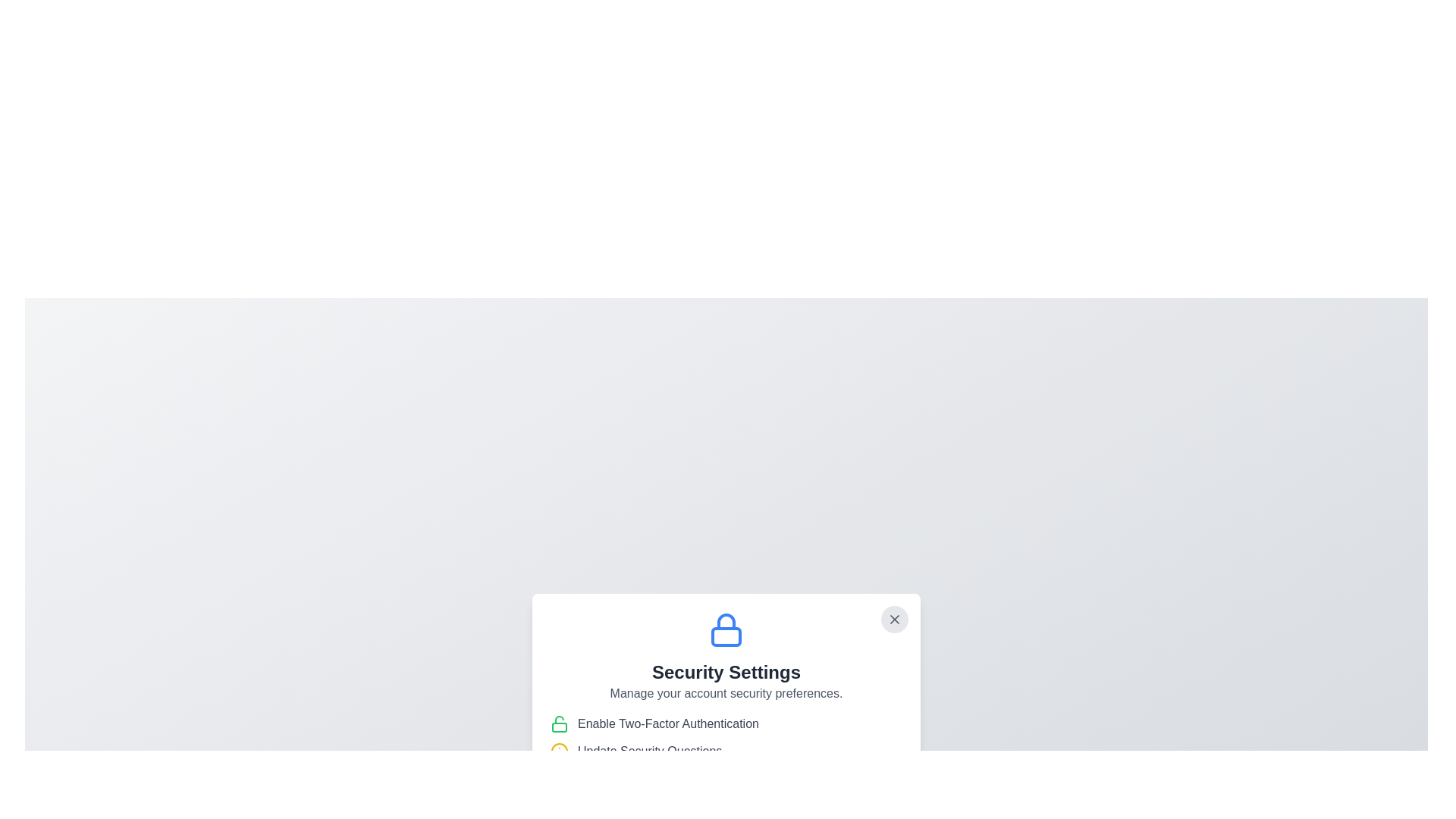 This screenshot has width=1456, height=819. What do you see at coordinates (895, 620) in the screenshot?
I see `the close button element represented by an 'X' shape in the top-right corner of the 'Security Settings' modal` at bounding box center [895, 620].